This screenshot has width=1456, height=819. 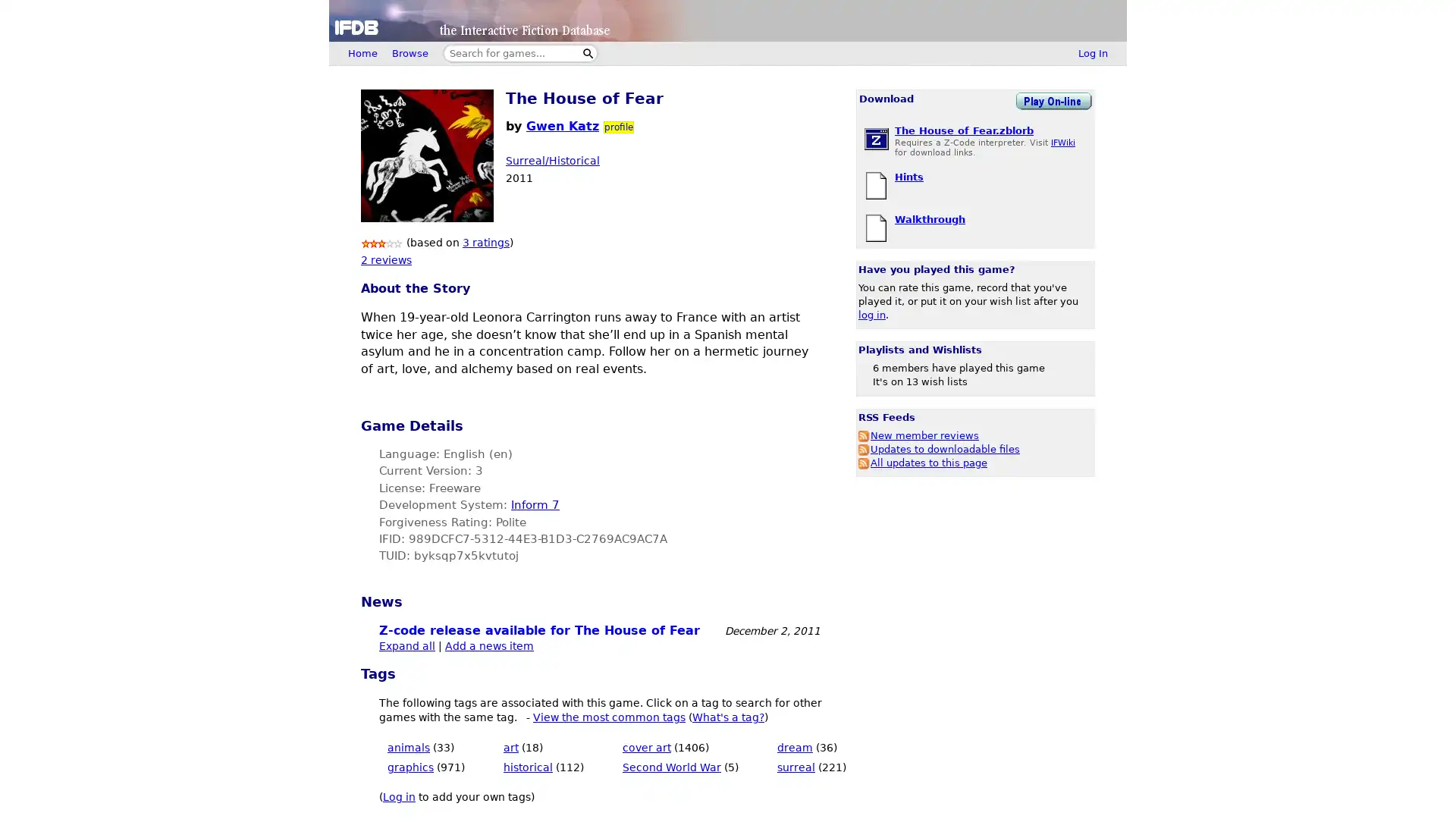 What do you see at coordinates (587, 52) in the screenshot?
I see `Search` at bounding box center [587, 52].